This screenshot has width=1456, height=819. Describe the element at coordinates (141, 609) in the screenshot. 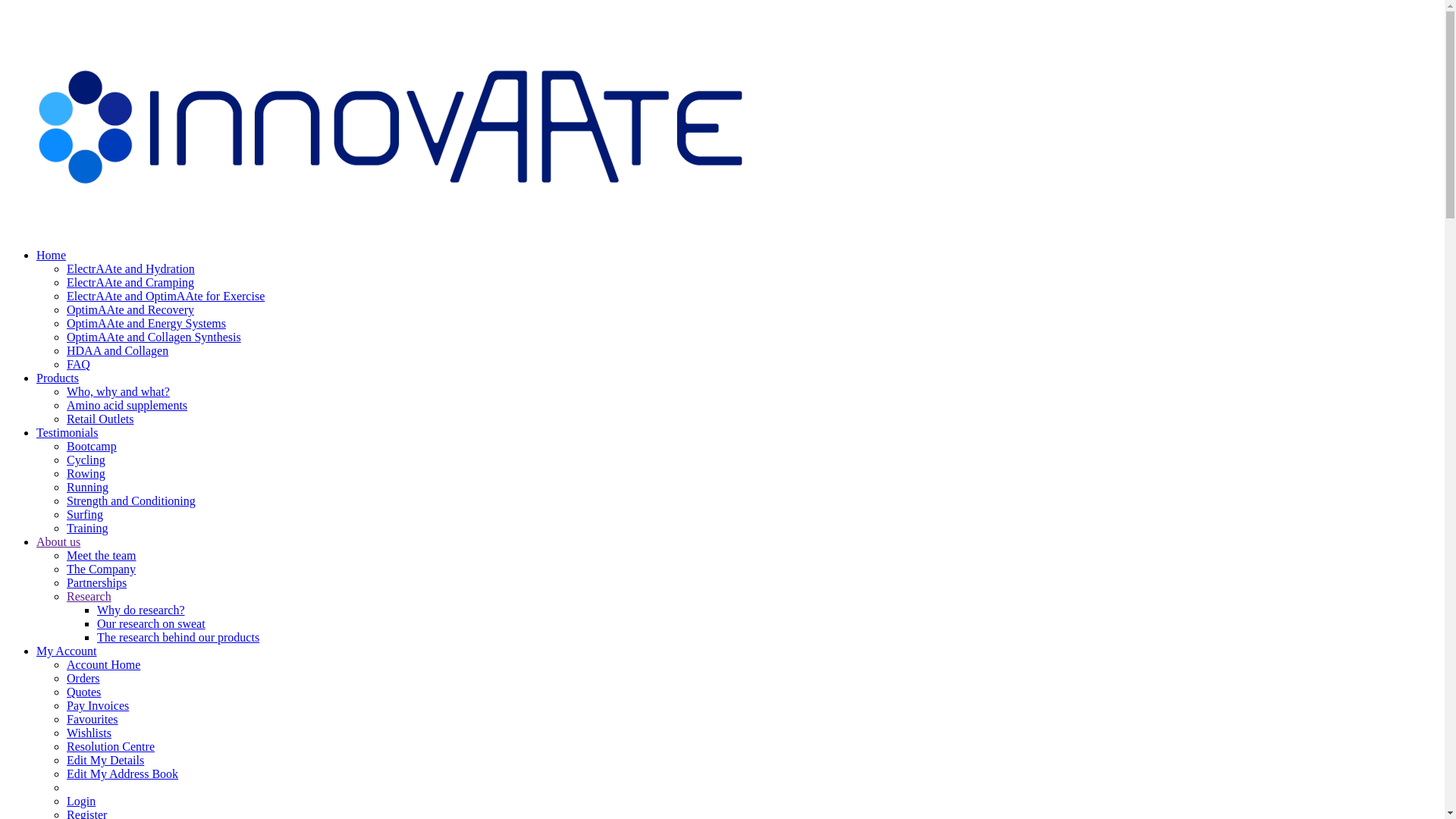

I see `'Why do research?'` at that location.